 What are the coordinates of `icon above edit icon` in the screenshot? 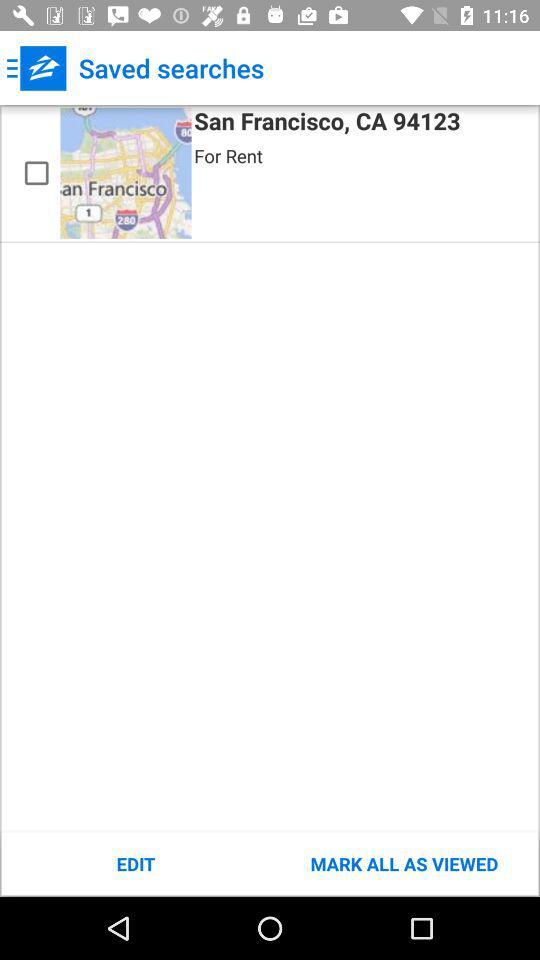 It's located at (125, 172).